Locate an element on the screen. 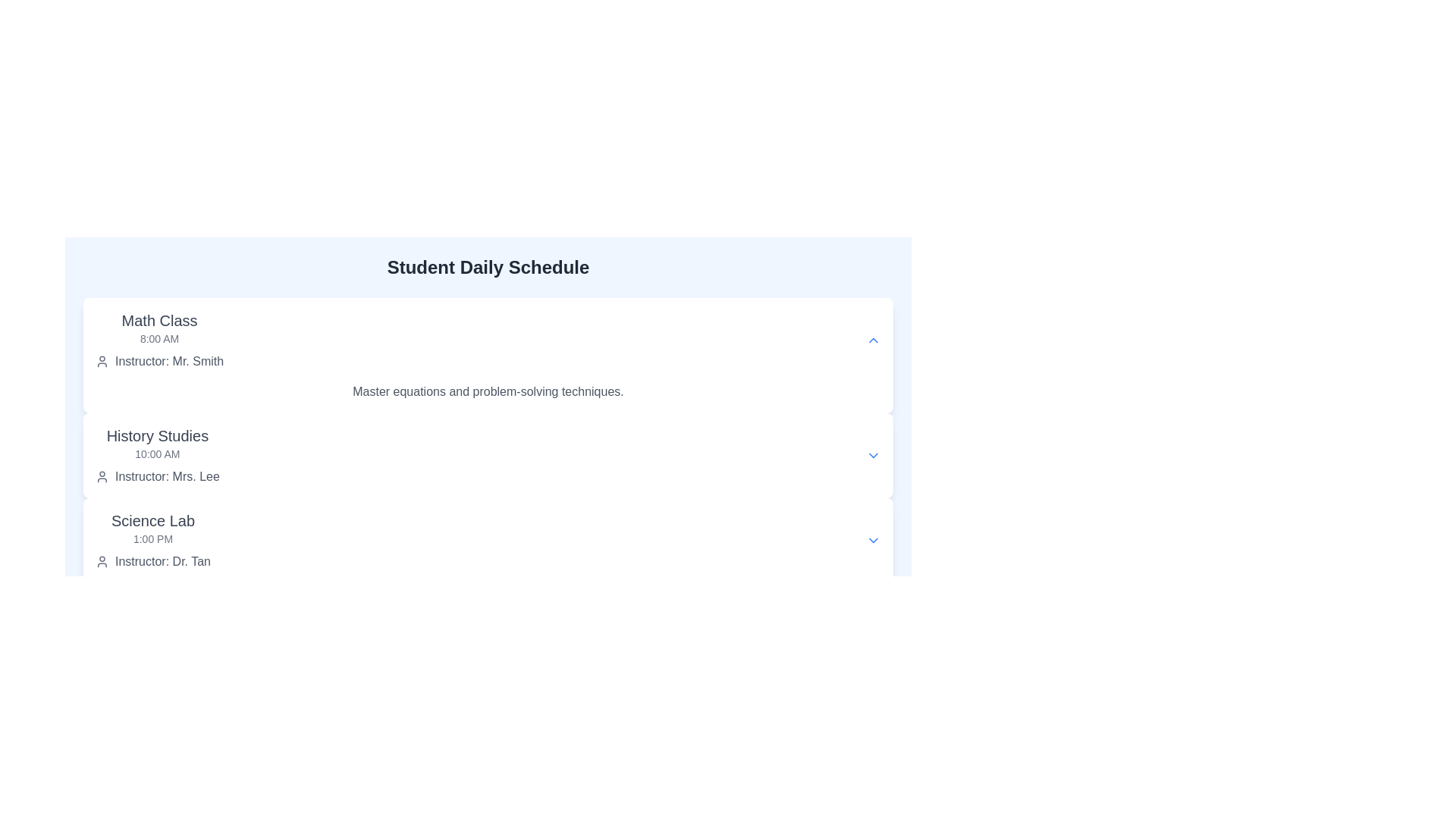 This screenshot has height=819, width=1456. the third text display component in the 'Student Daily Schedule' section is located at coordinates (152, 540).